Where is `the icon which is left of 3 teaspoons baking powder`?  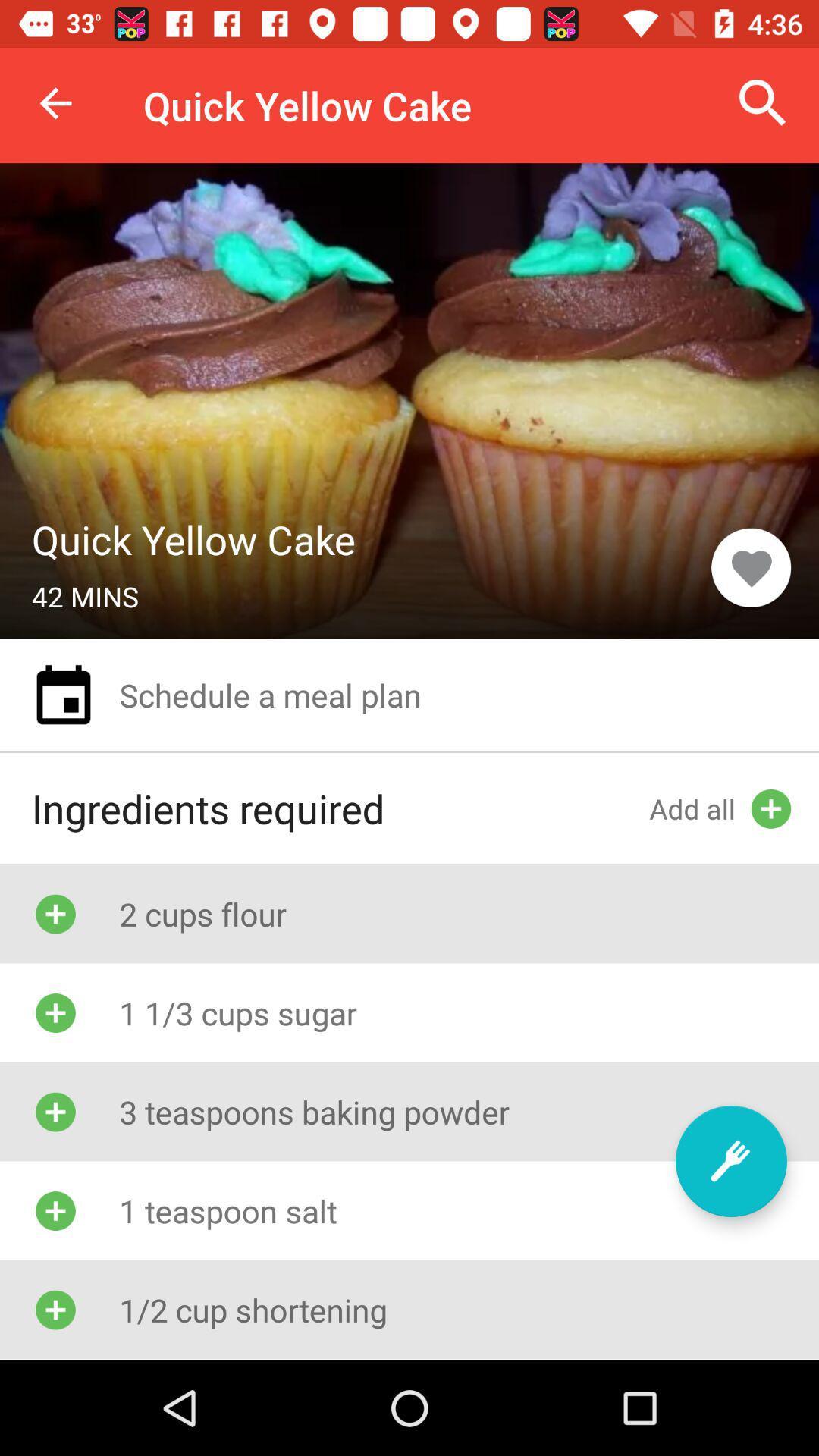 the icon which is left of 3 teaspoons baking powder is located at coordinates (55, 1112).